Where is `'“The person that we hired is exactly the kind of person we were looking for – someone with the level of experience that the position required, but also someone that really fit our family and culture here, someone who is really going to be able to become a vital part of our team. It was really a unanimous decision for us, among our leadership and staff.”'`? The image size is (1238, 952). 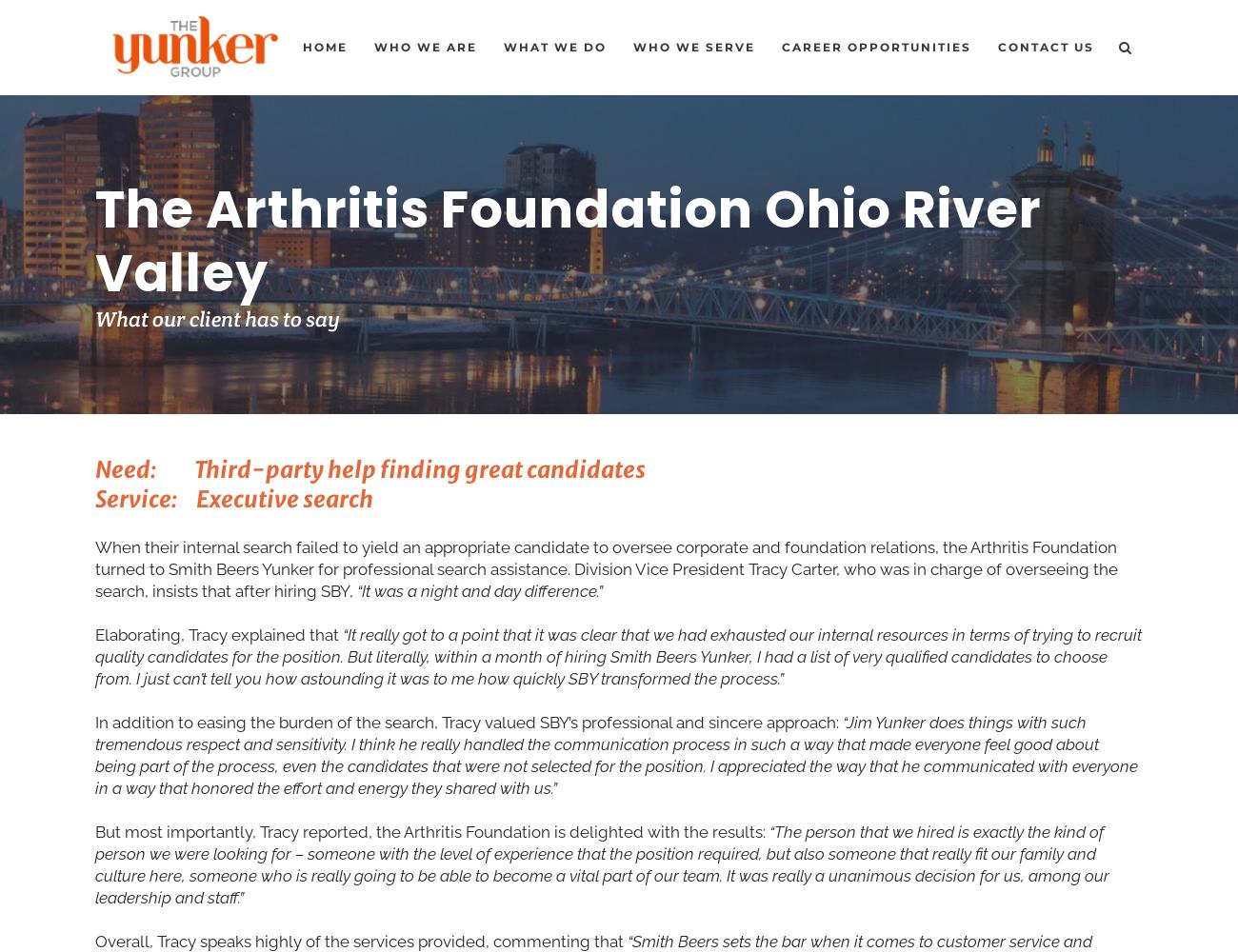
'“The person that we hired is exactly the kind of person we were looking for – someone with the level of experience that the position required, but also someone that really fit our family and culture here, someone who is really going to be able to become a vital part of our team. It was really a unanimous decision for us, among our leadership and staff.”' is located at coordinates (94, 863).